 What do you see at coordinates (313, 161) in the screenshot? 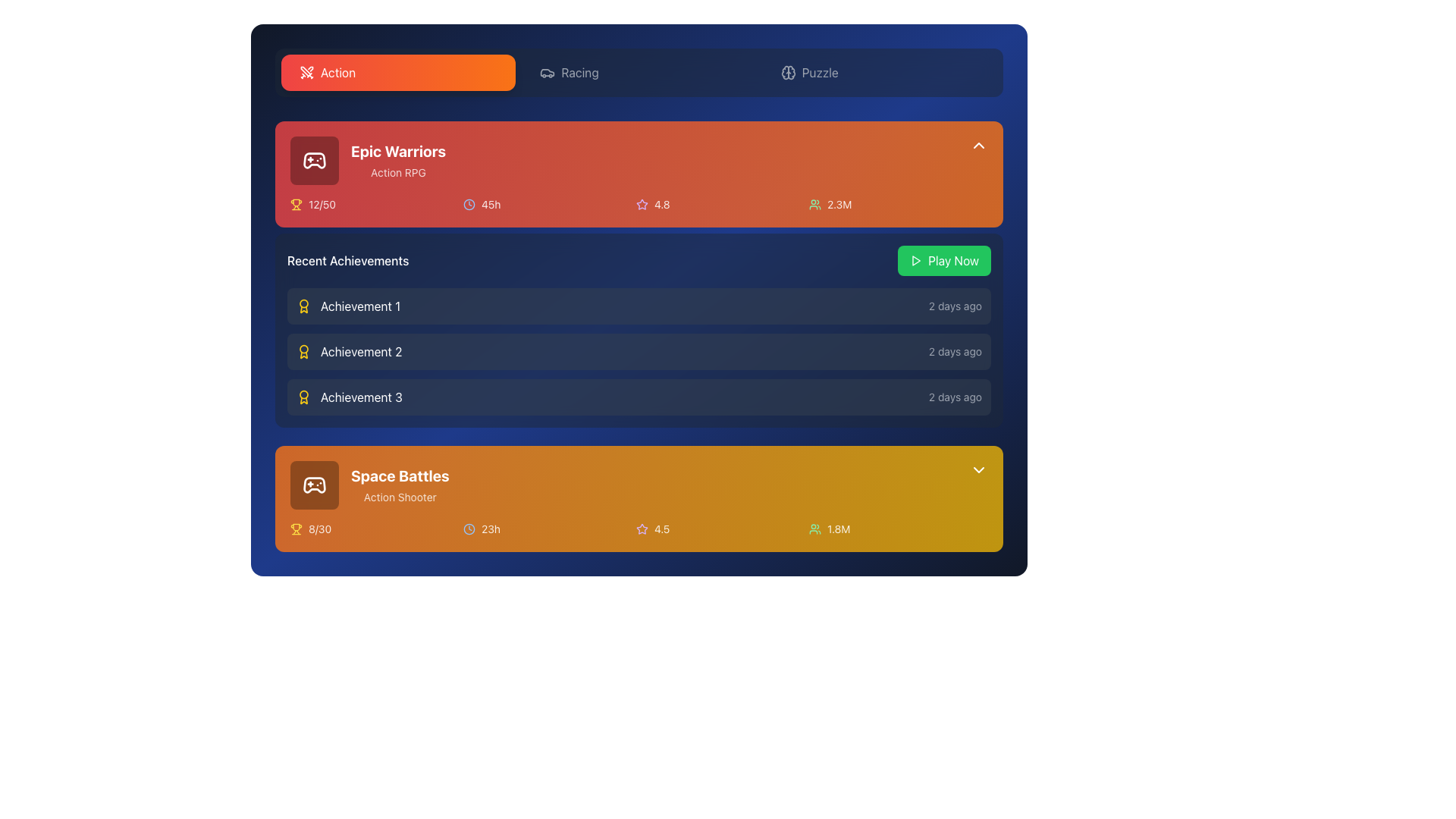
I see `the gaming-related icon located at the bottom of the 'Epic Warriors' card in the top-left quarter of the interface` at bounding box center [313, 161].